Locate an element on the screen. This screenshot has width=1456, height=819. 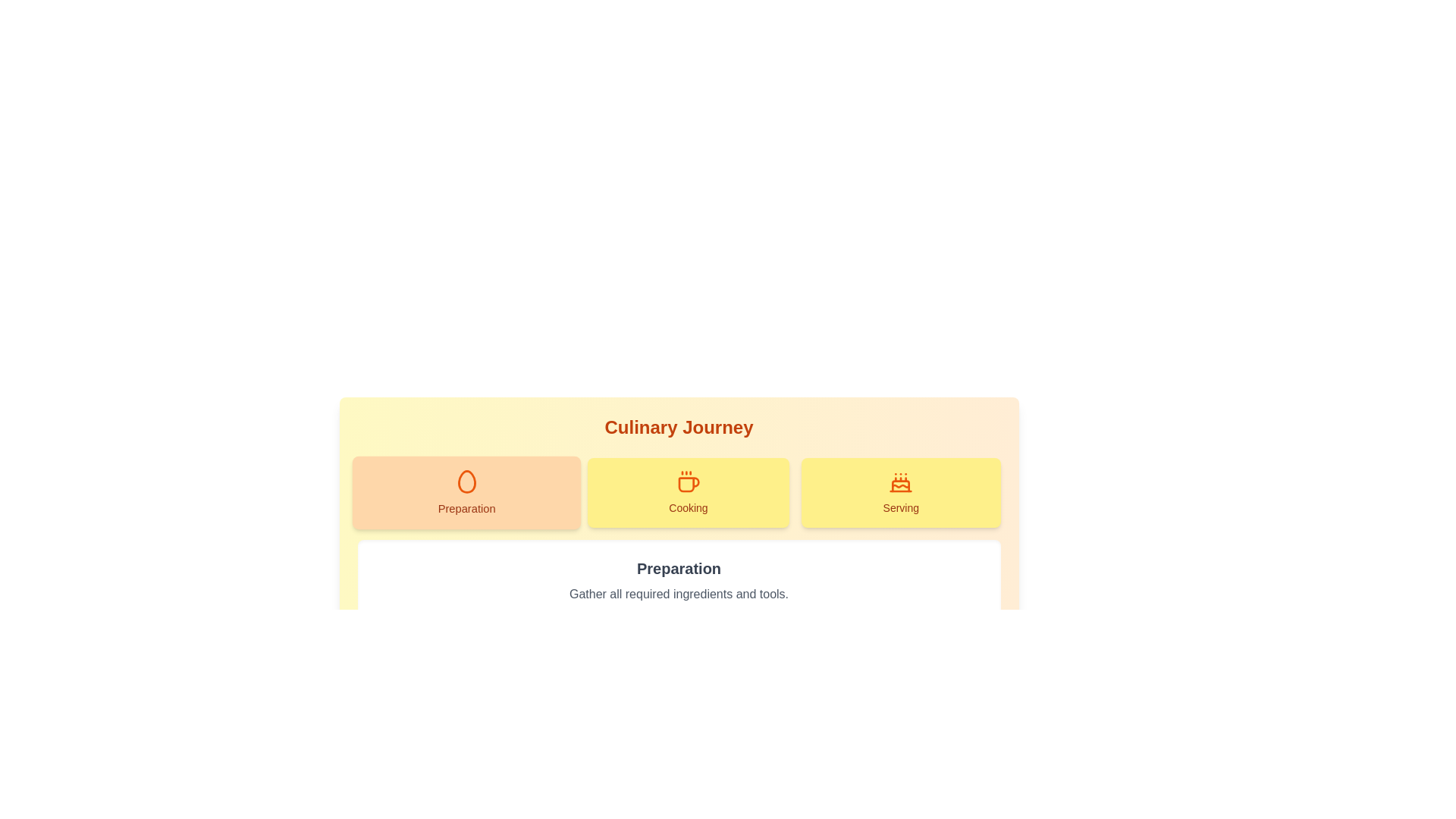
the 'Serving' informational card, which is the third card in a horizontal row of cards labeled 'Preparation,' 'Cooking,' and 'Serving.' It is positioned at the rightmost end of the row is located at coordinates (901, 493).